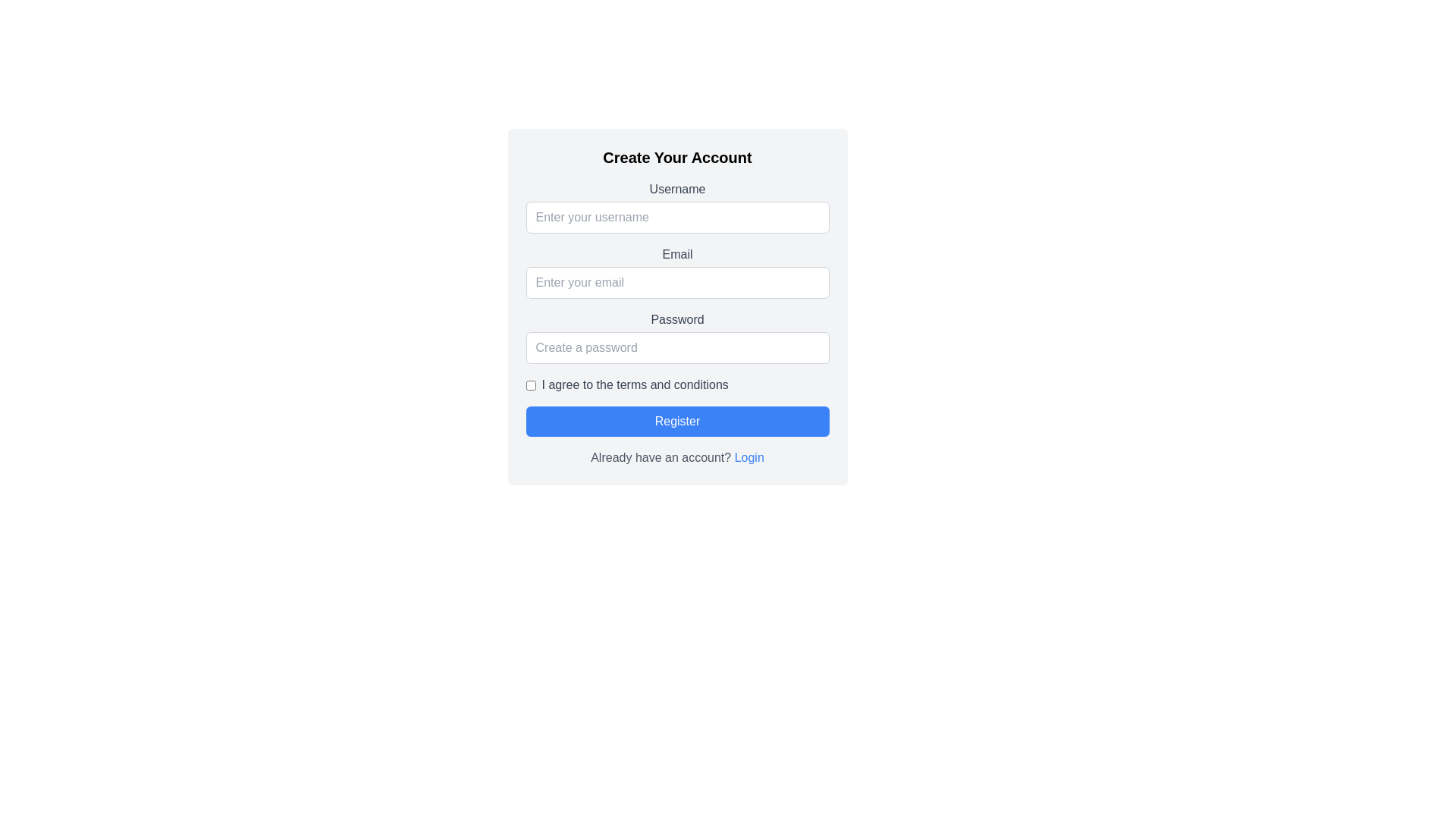 The height and width of the screenshot is (819, 1456). I want to click on the informational static text label that describes the purpose of the adjacent checkbox, located below the password creation field and above the 'Register' button, so click(635, 384).